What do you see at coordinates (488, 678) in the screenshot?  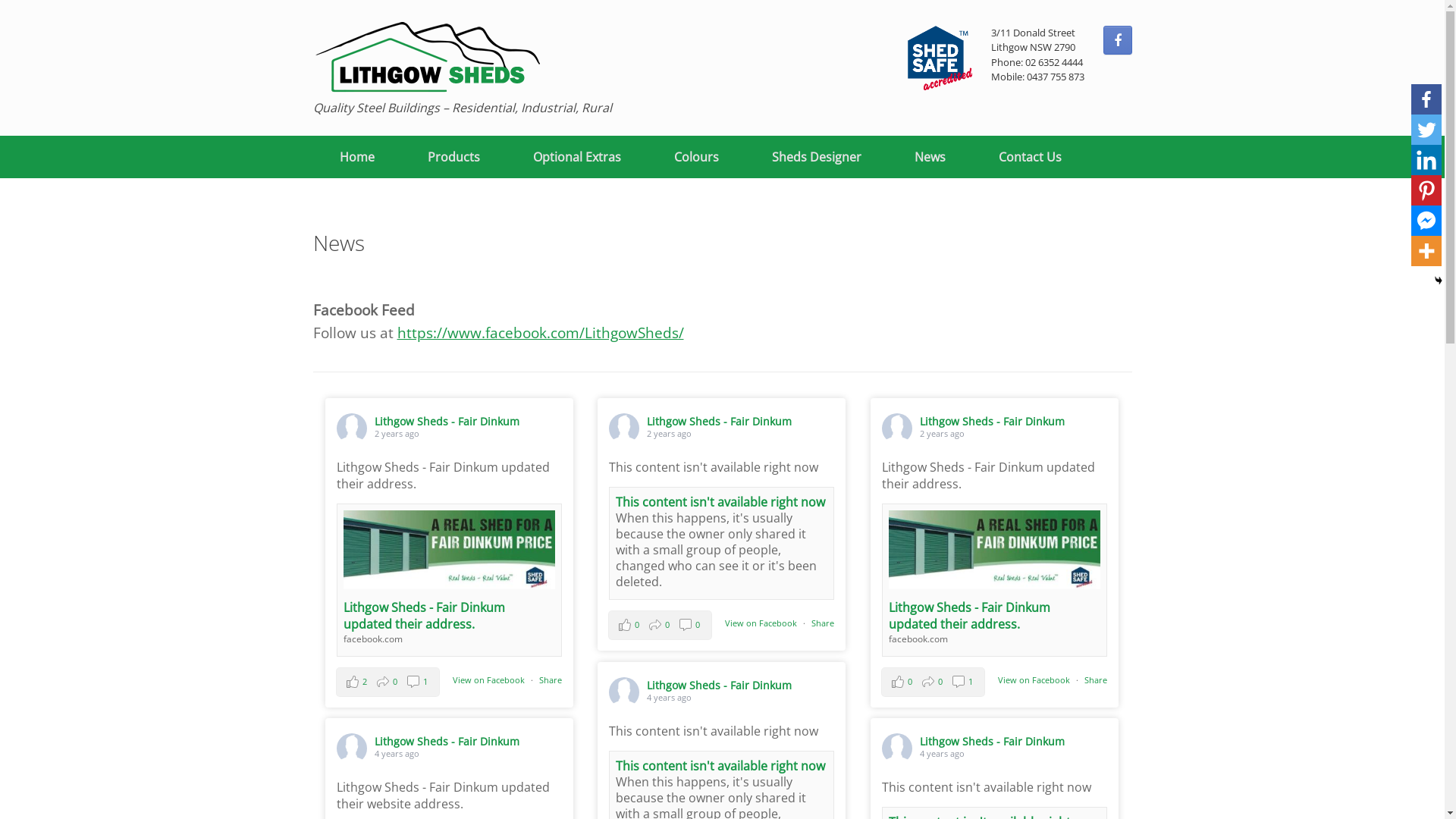 I see `'View on Facebook'` at bounding box center [488, 678].